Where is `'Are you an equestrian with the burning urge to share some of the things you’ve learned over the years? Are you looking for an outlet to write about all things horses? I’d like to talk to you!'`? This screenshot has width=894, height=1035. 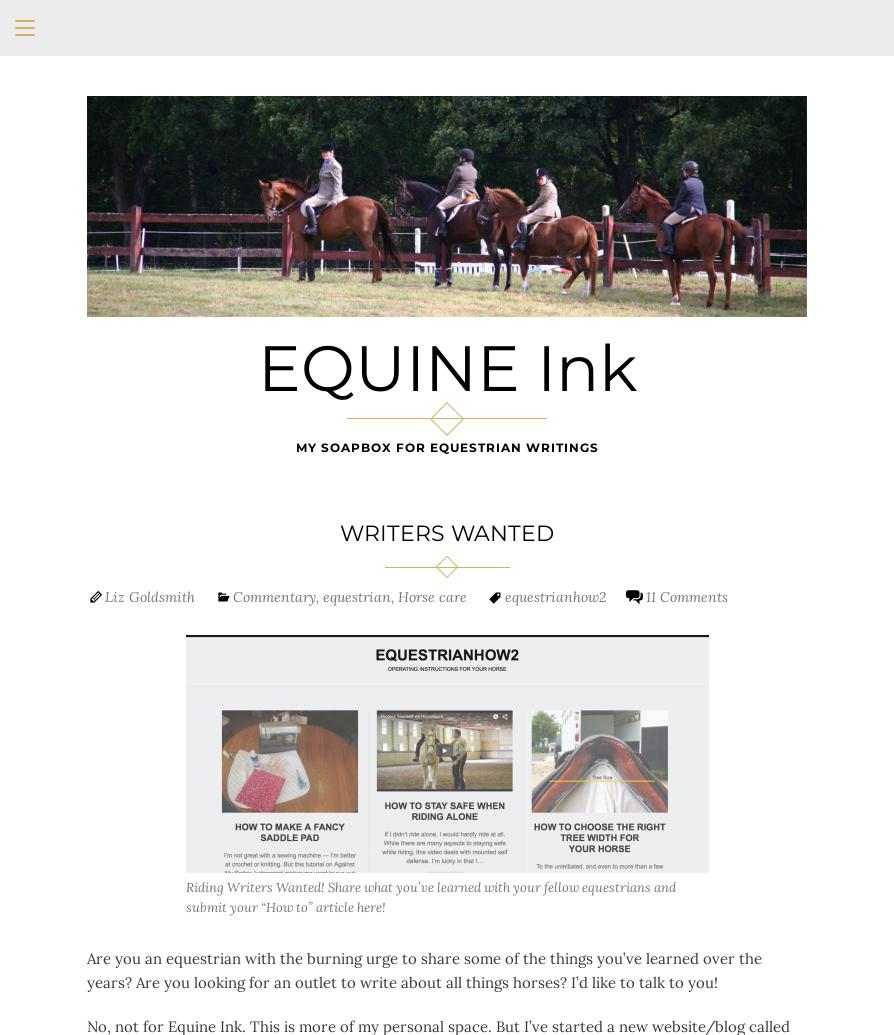 'Are you an equestrian with the burning urge to share some of the things you’ve learned over the years? Are you looking for an outlet to write about all things horses? I’d like to talk to you!' is located at coordinates (86, 969).